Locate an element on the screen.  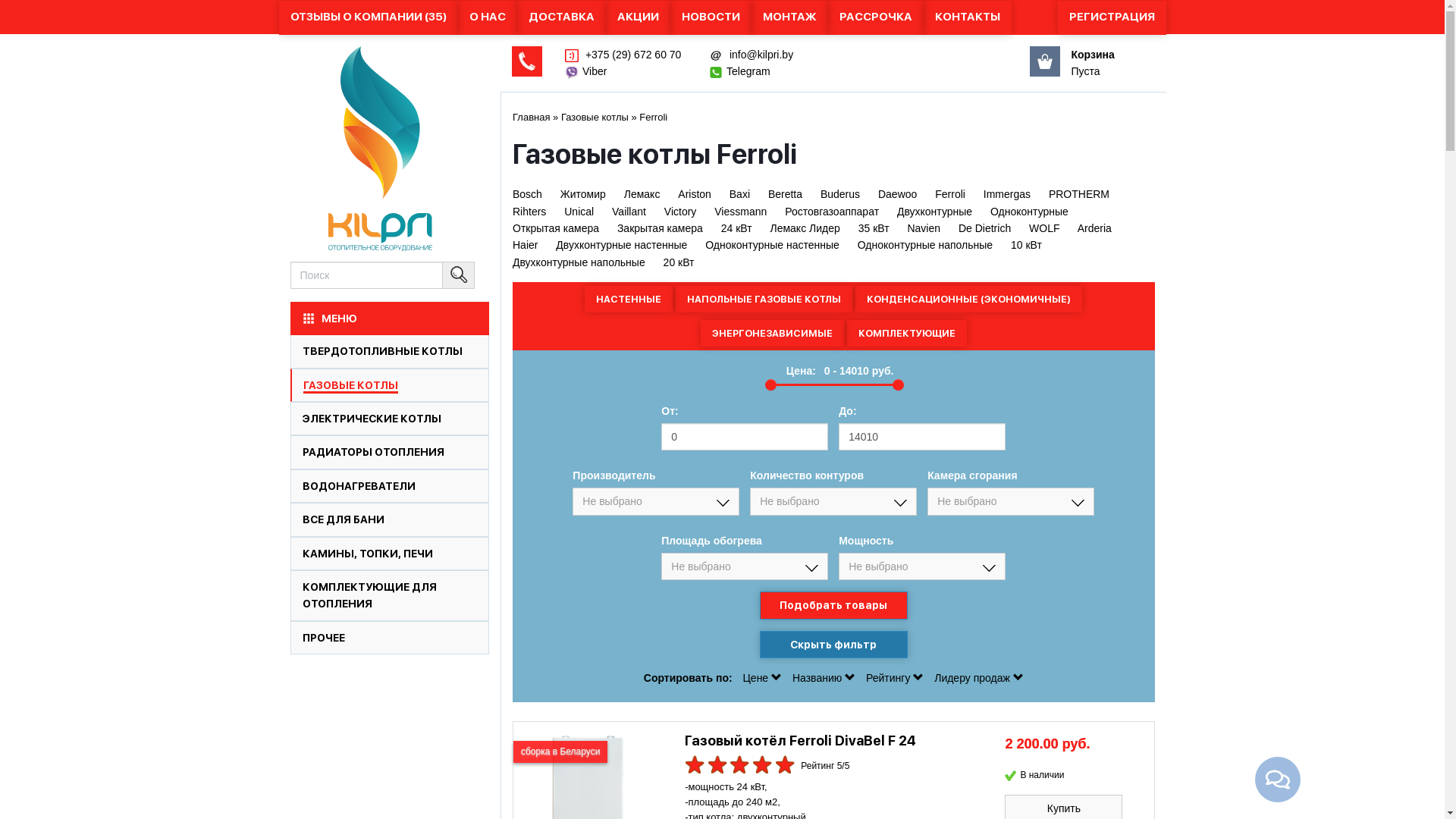
'Vaillant' is located at coordinates (629, 211).